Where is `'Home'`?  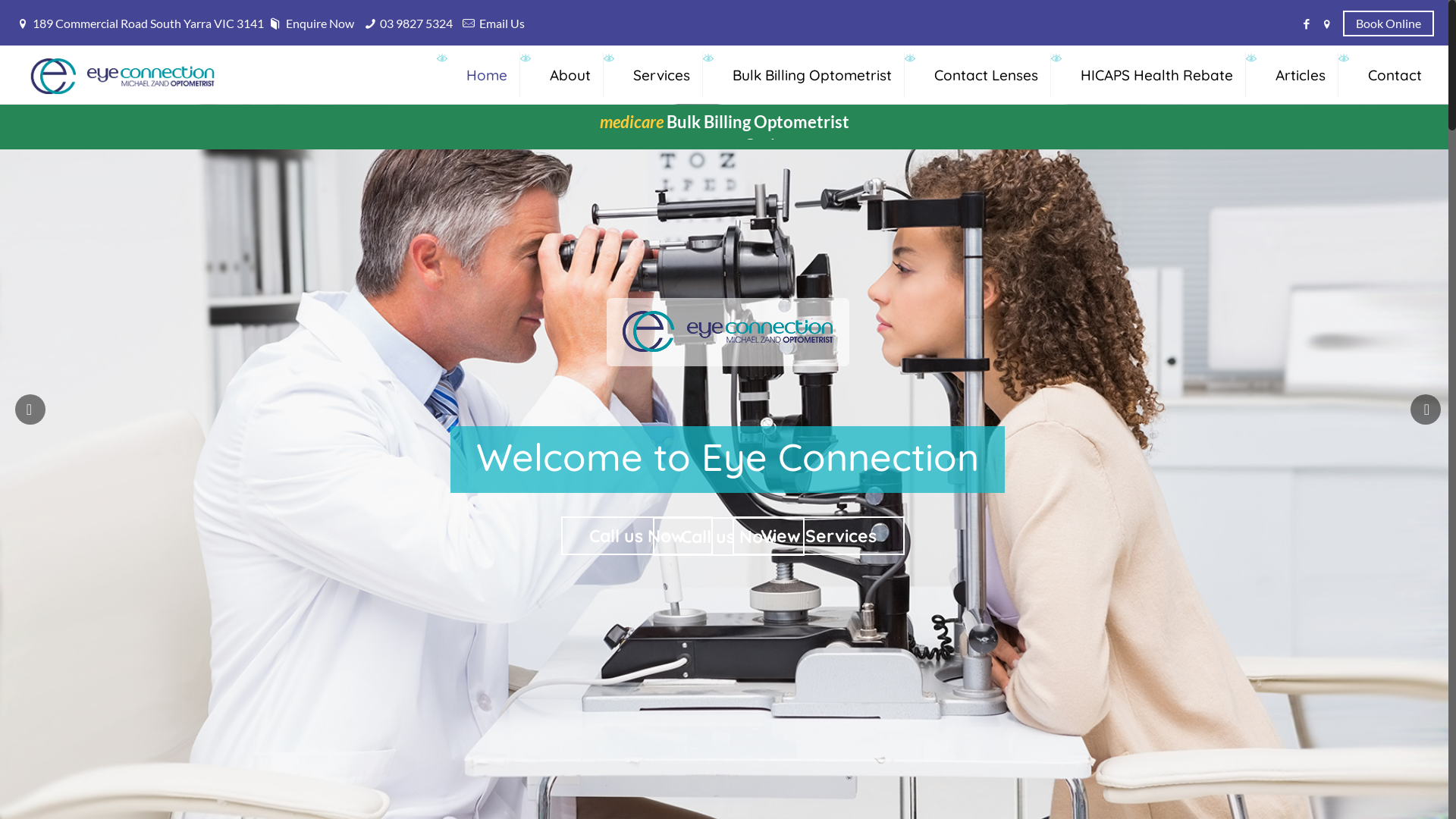
'Home' is located at coordinates (487, 74).